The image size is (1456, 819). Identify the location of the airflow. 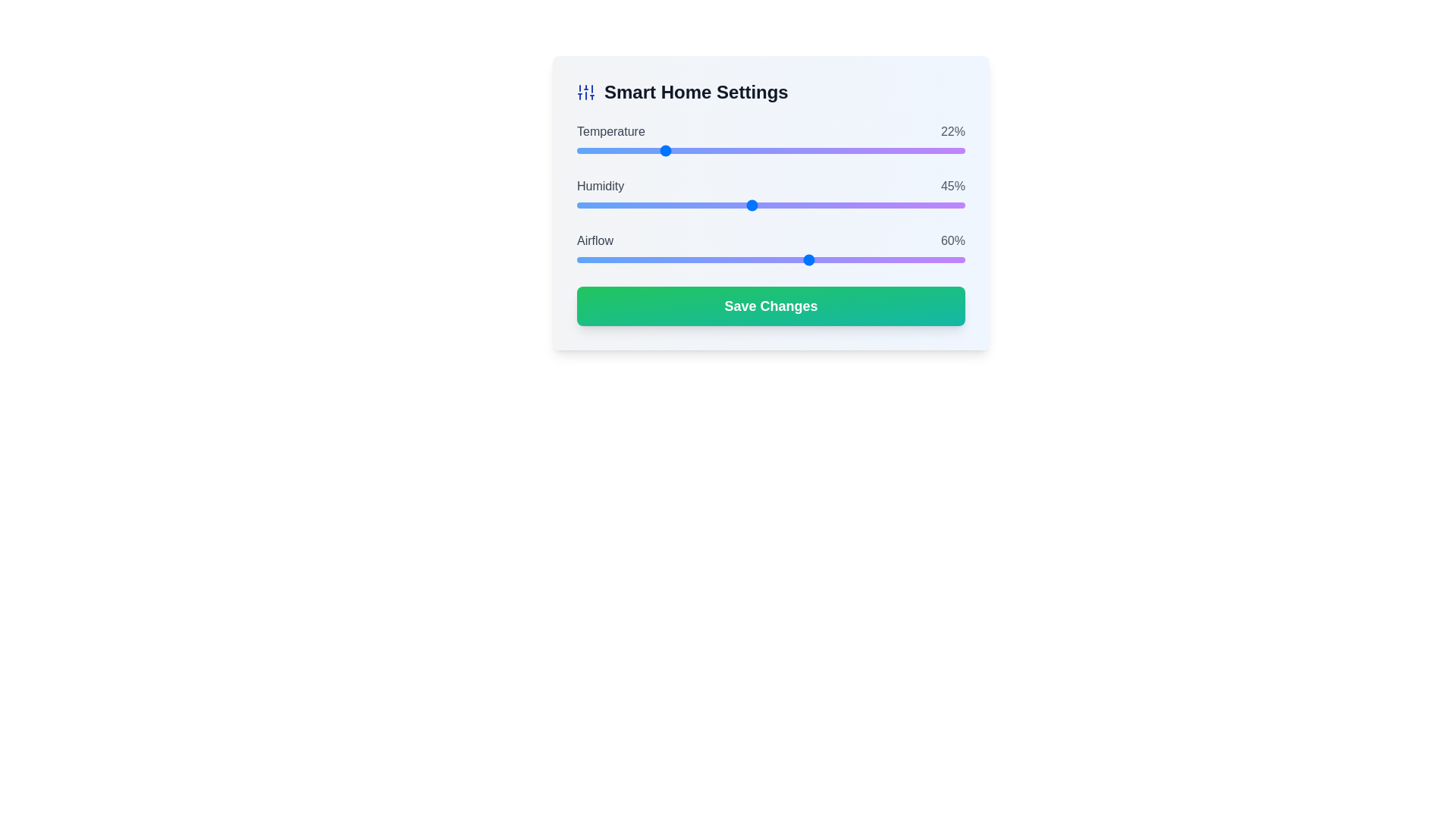
(639, 259).